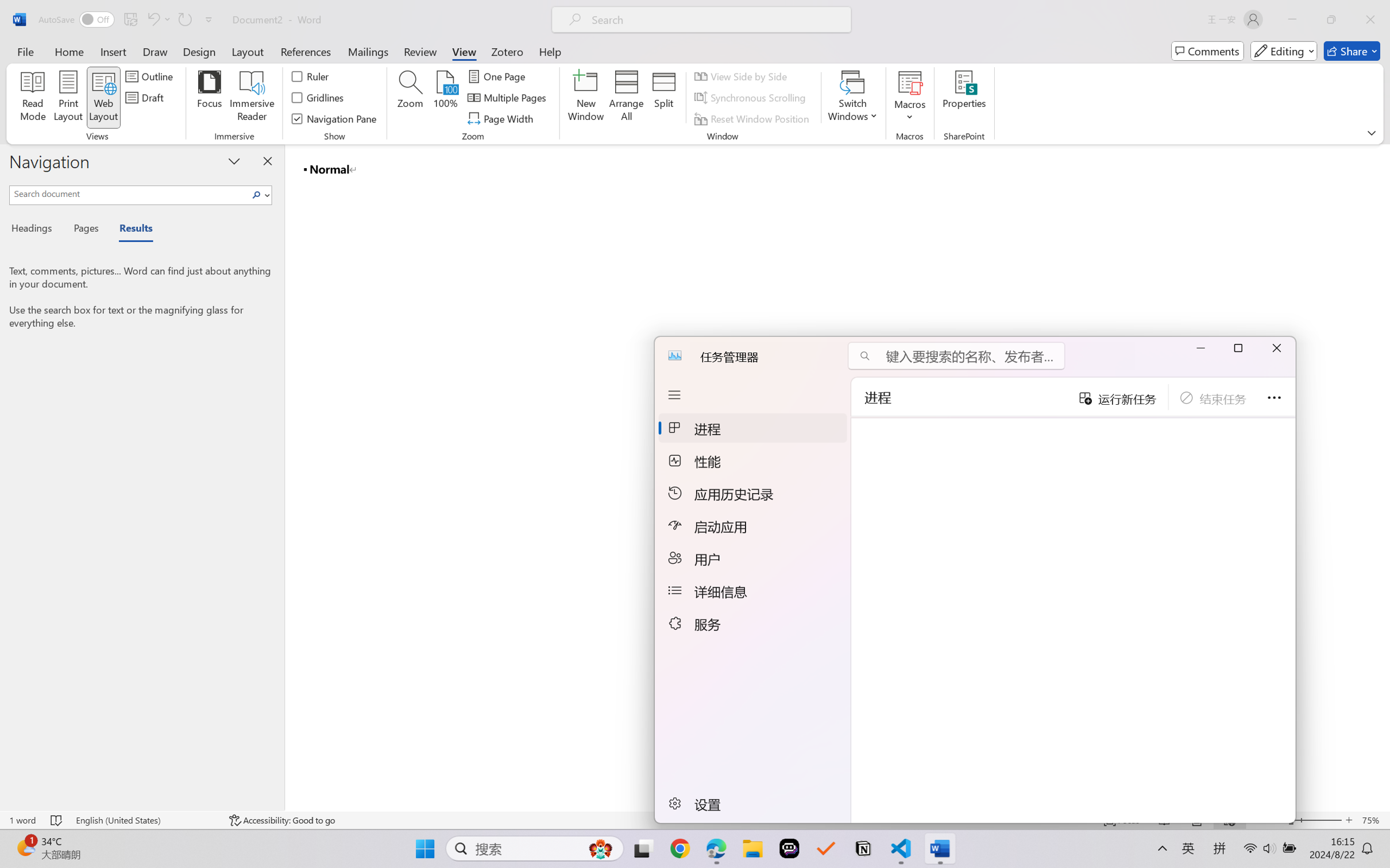  I want to click on 'Gridlines', so click(318, 98).